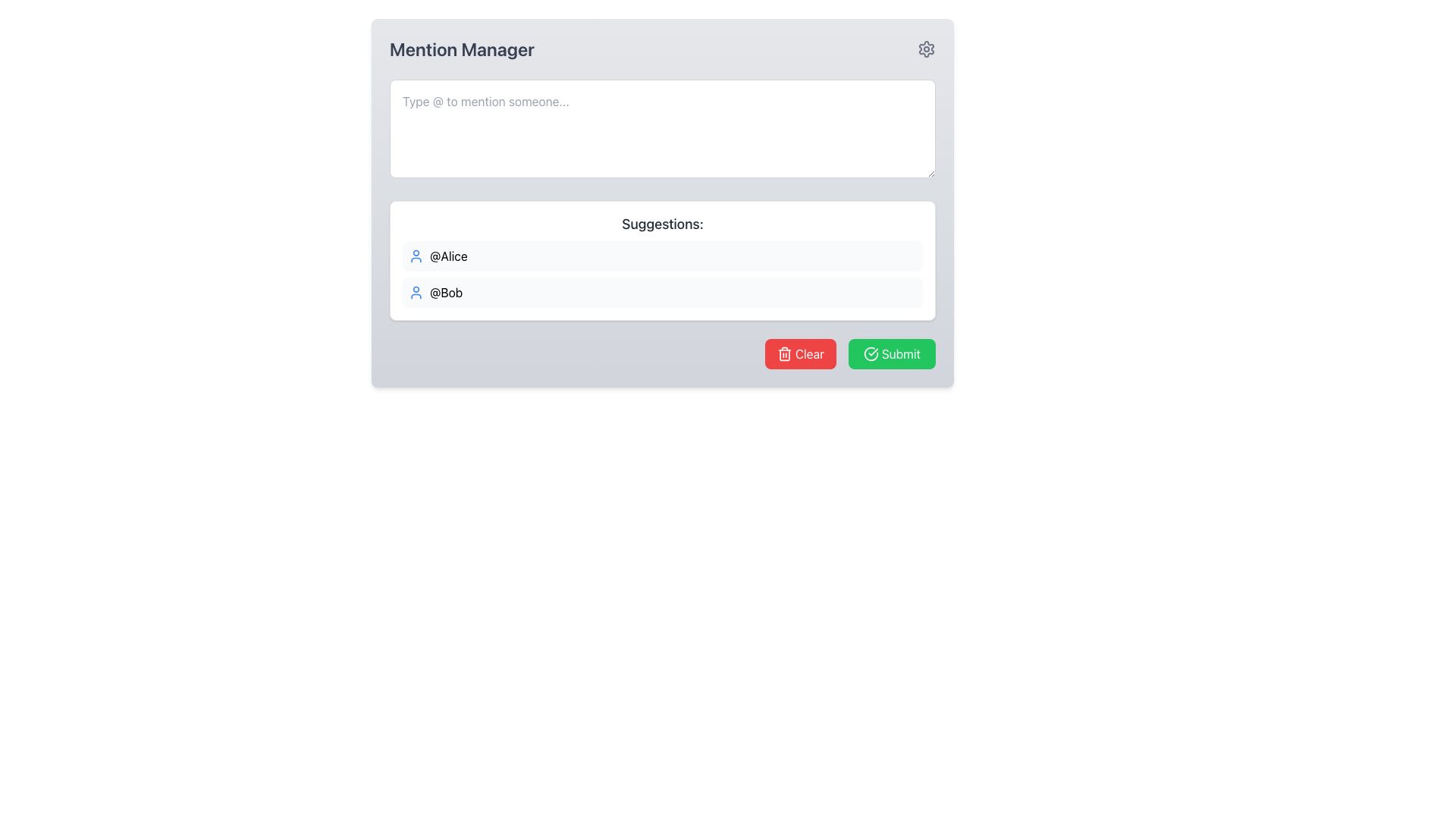 The height and width of the screenshot is (819, 1456). I want to click on the gear-like settings icon located in the top-right corner of the 'Mention Manager' interface, which is rendered in gray and has an intricate outline, so click(926, 49).